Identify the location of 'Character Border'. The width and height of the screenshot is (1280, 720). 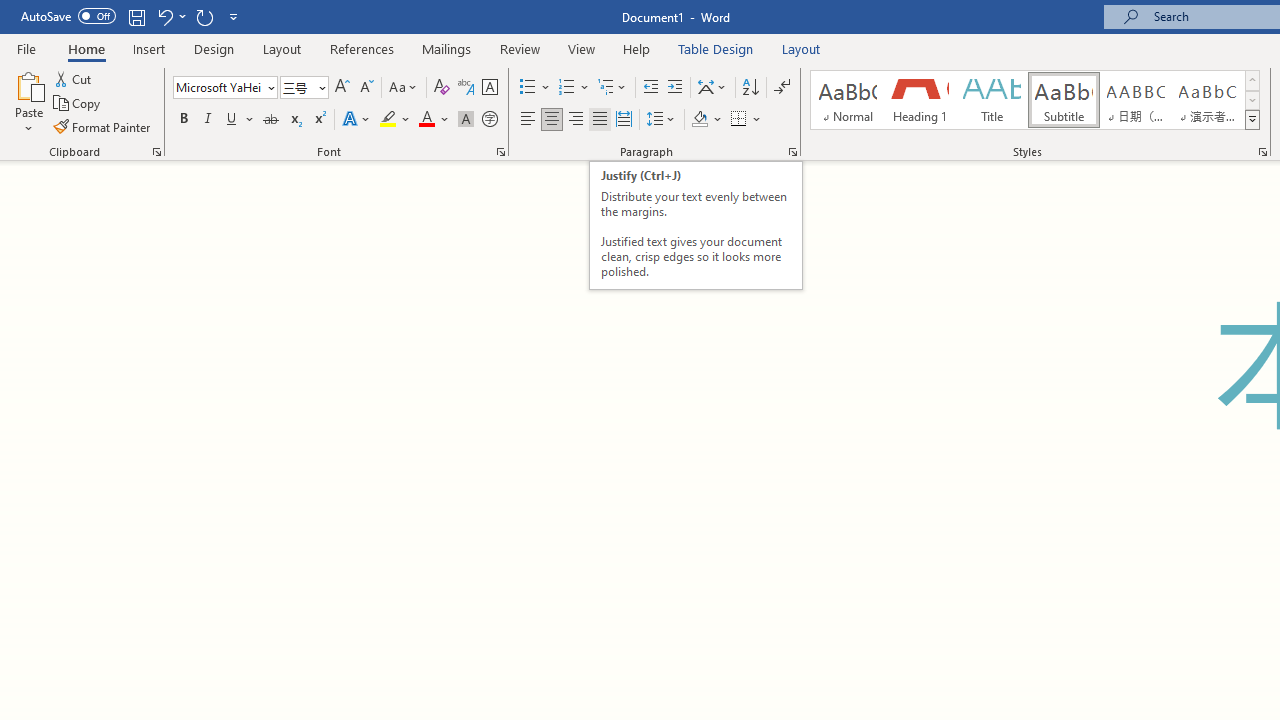
(489, 86).